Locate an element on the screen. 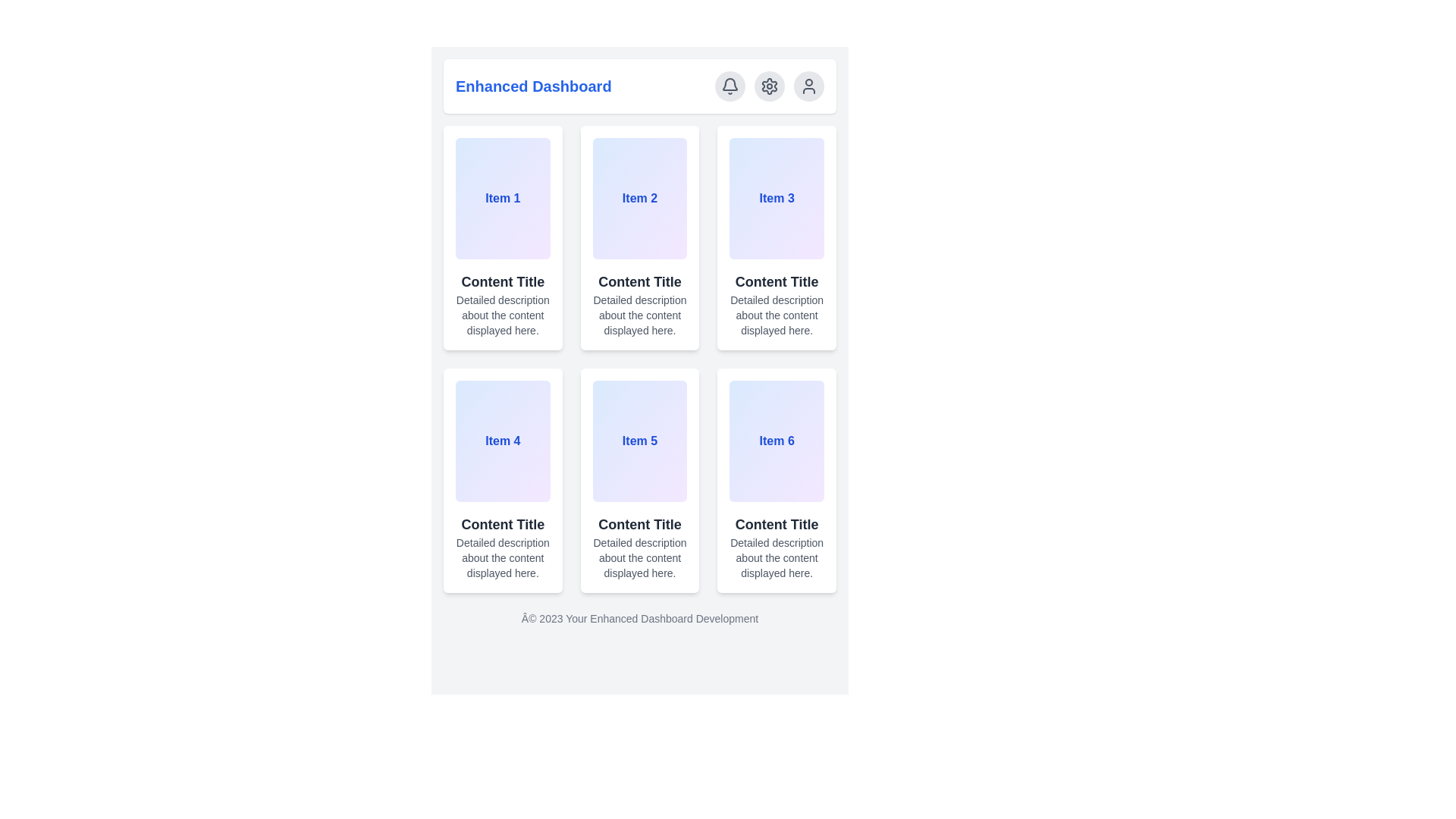 The image size is (1456, 819). the text label located at the bottom of the third card in the top-right corner of the grid layout, which provides a detailed description of the card's content is located at coordinates (777, 315).